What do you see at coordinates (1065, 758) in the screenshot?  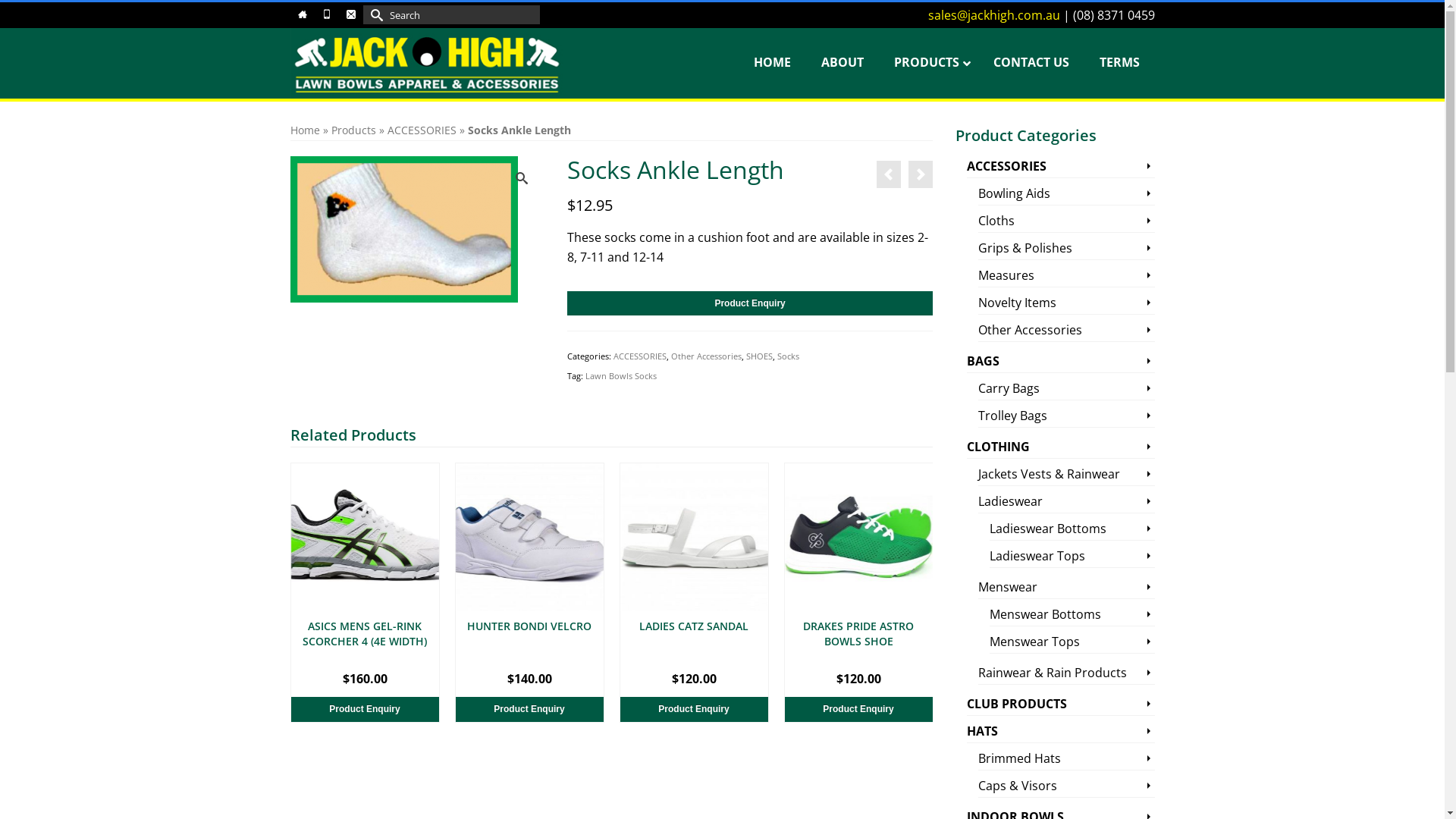 I see `'Brimmed Hats'` at bounding box center [1065, 758].